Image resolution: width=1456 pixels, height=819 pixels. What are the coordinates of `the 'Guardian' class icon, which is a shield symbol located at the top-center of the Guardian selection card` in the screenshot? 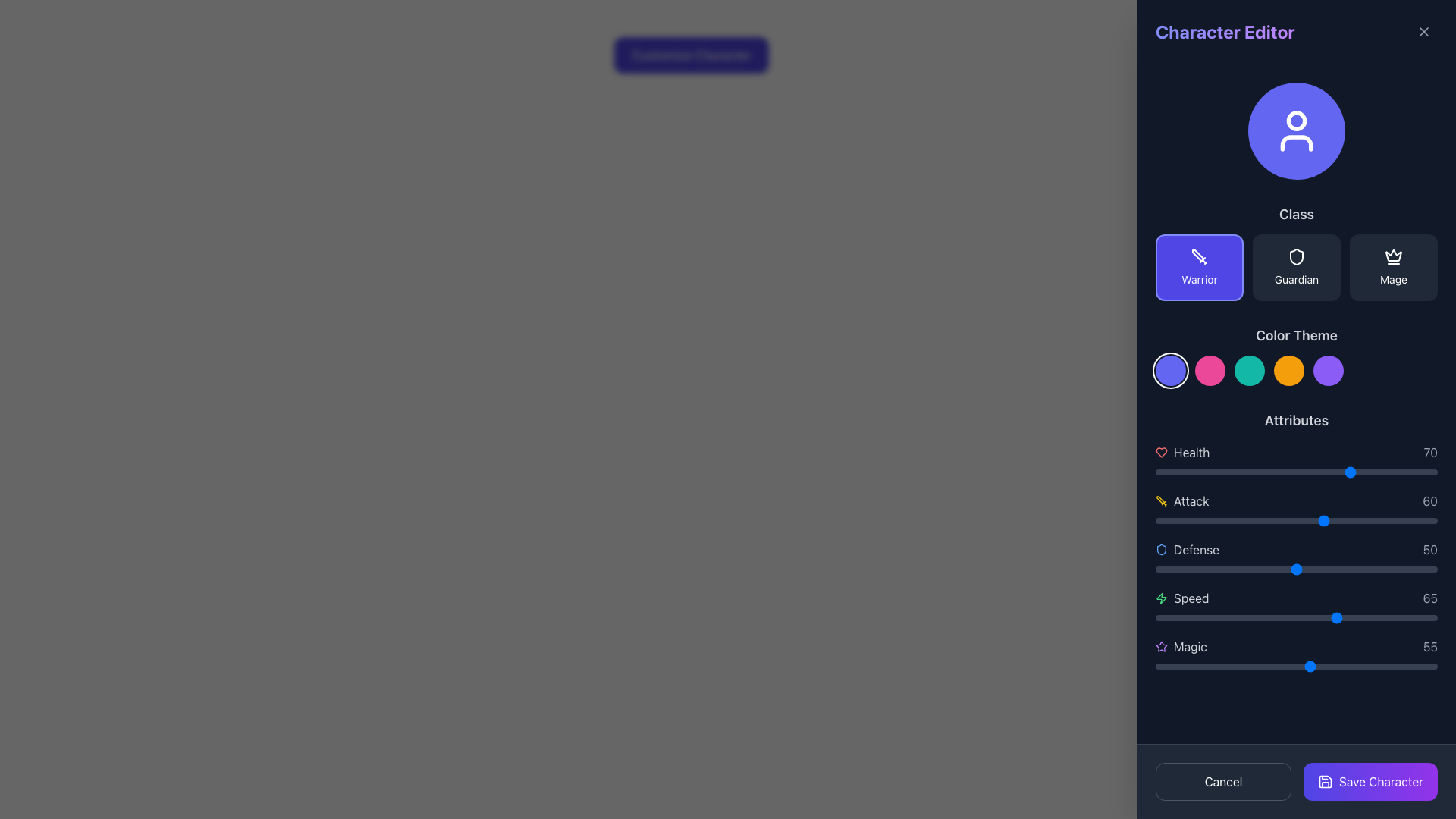 It's located at (1295, 256).